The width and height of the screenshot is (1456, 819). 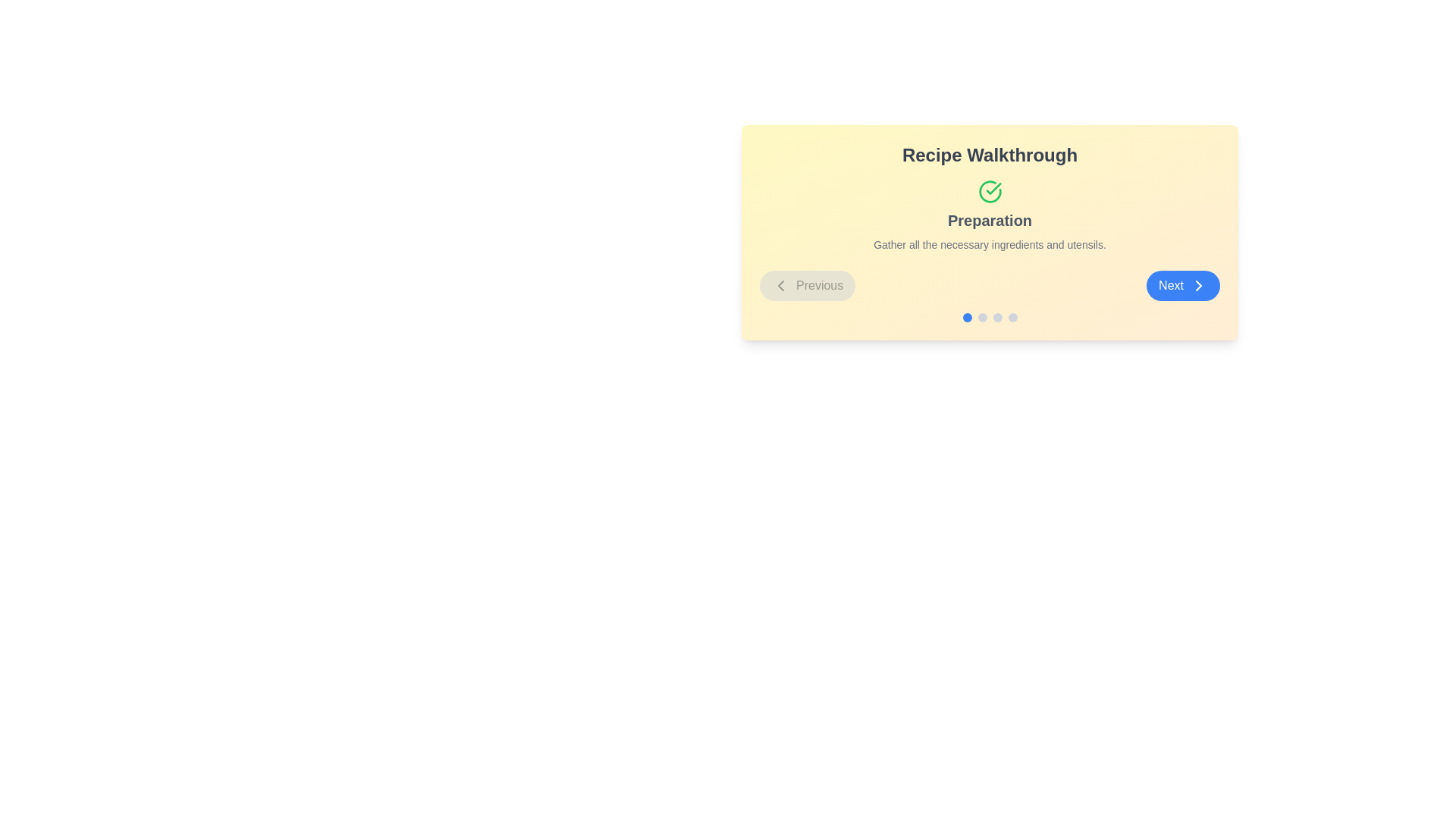 I want to click on the 'Previous' button that contains the left-pointing arrow icon, which is designed with clean and minimalistic lines, so click(x=781, y=286).